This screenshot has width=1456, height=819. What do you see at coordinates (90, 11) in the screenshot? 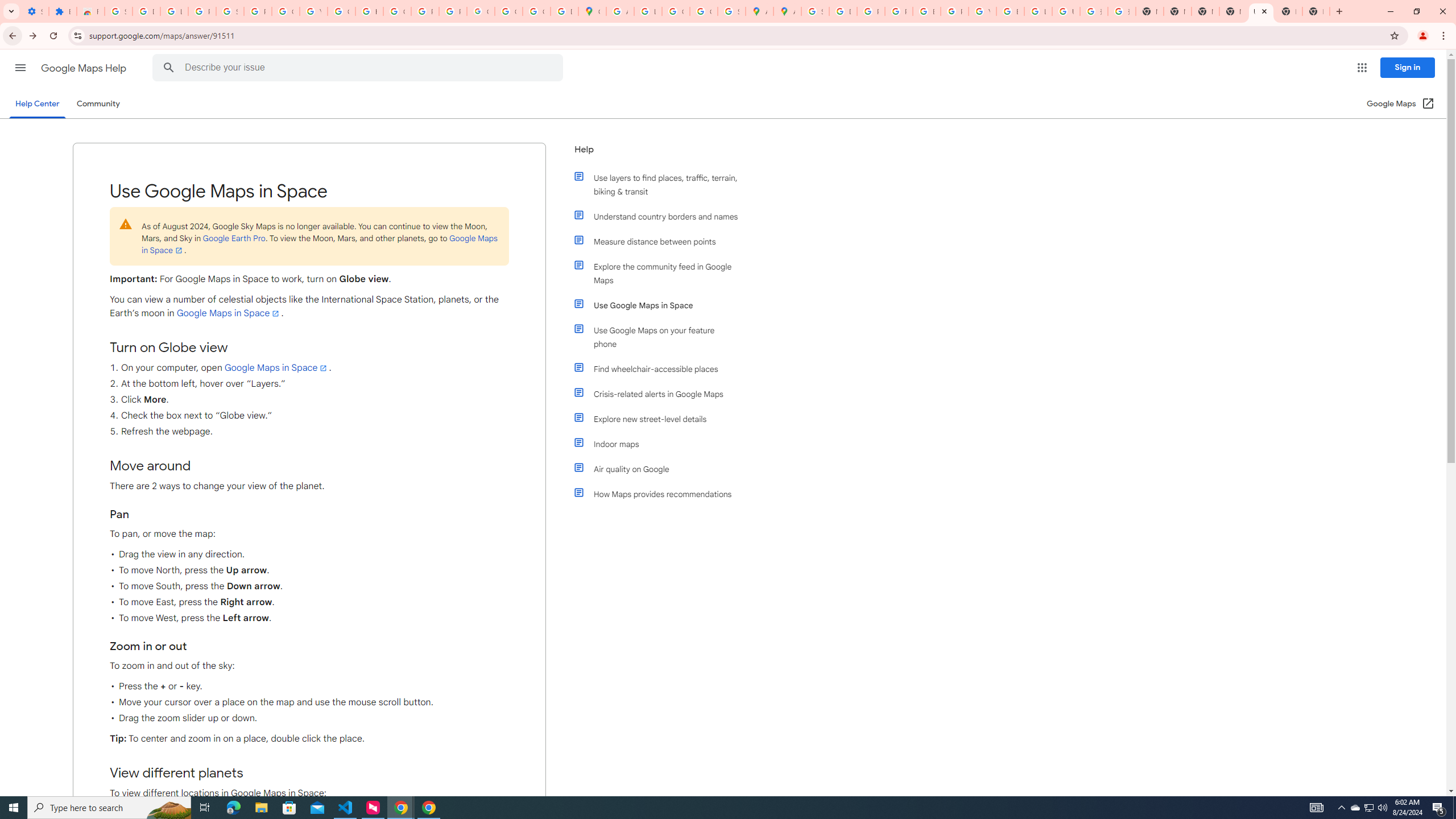
I see `'Reviews: Helix Fruit Jump Arcade Game'` at bounding box center [90, 11].